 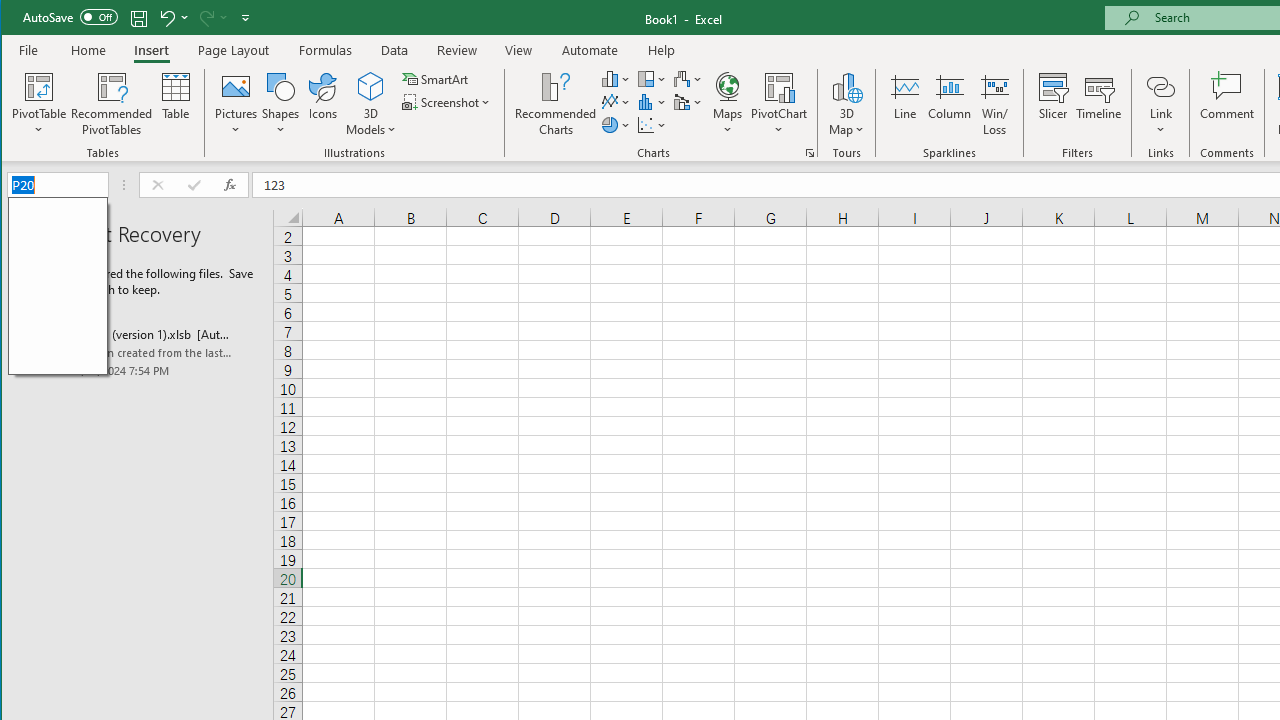 What do you see at coordinates (236, 104) in the screenshot?
I see `'Pictures'` at bounding box center [236, 104].